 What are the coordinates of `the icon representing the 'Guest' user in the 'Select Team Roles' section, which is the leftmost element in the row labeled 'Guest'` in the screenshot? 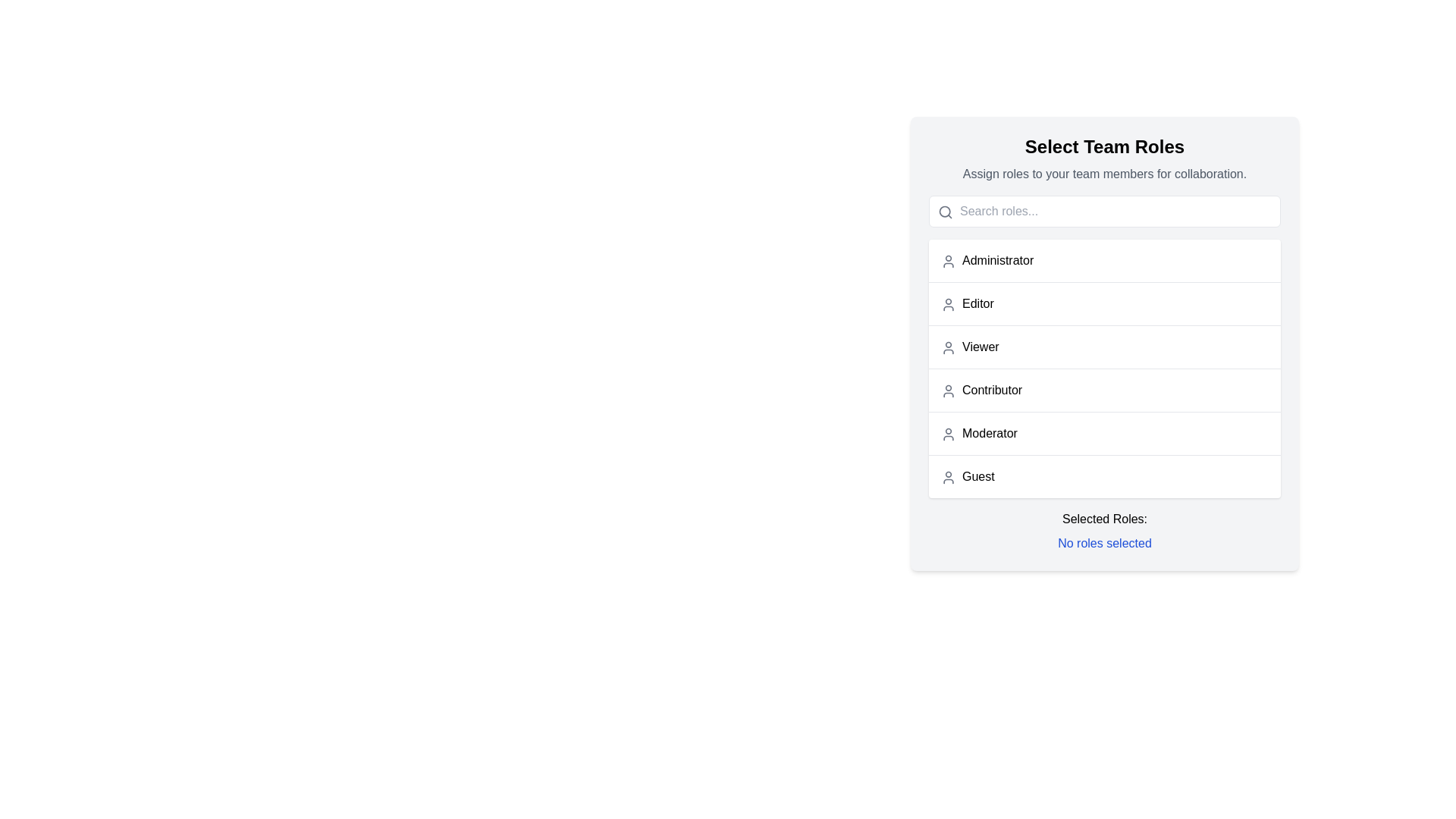 It's located at (948, 475).